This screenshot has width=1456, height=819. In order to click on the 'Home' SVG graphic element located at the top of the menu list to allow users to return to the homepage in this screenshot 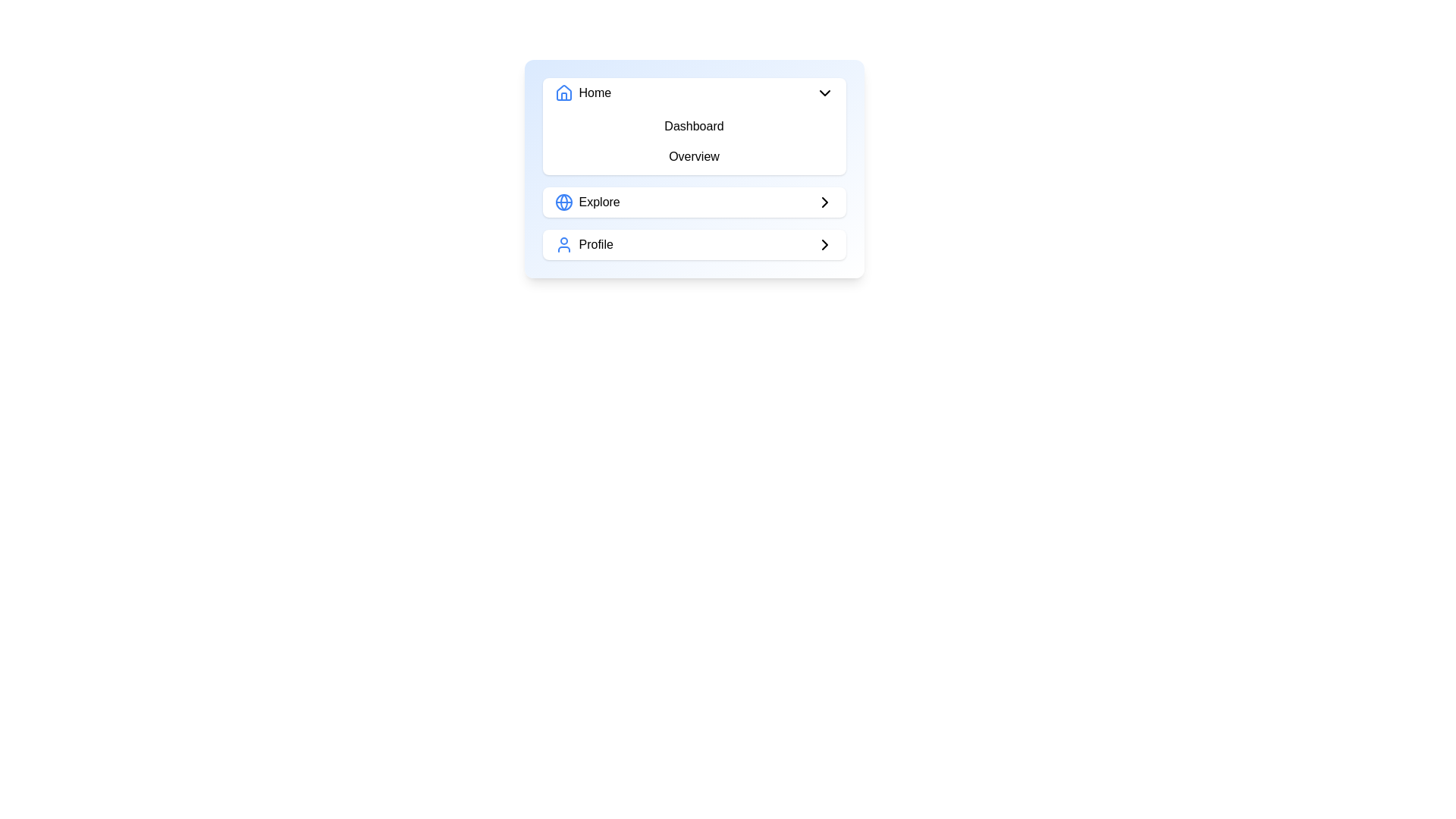, I will do `click(563, 93)`.